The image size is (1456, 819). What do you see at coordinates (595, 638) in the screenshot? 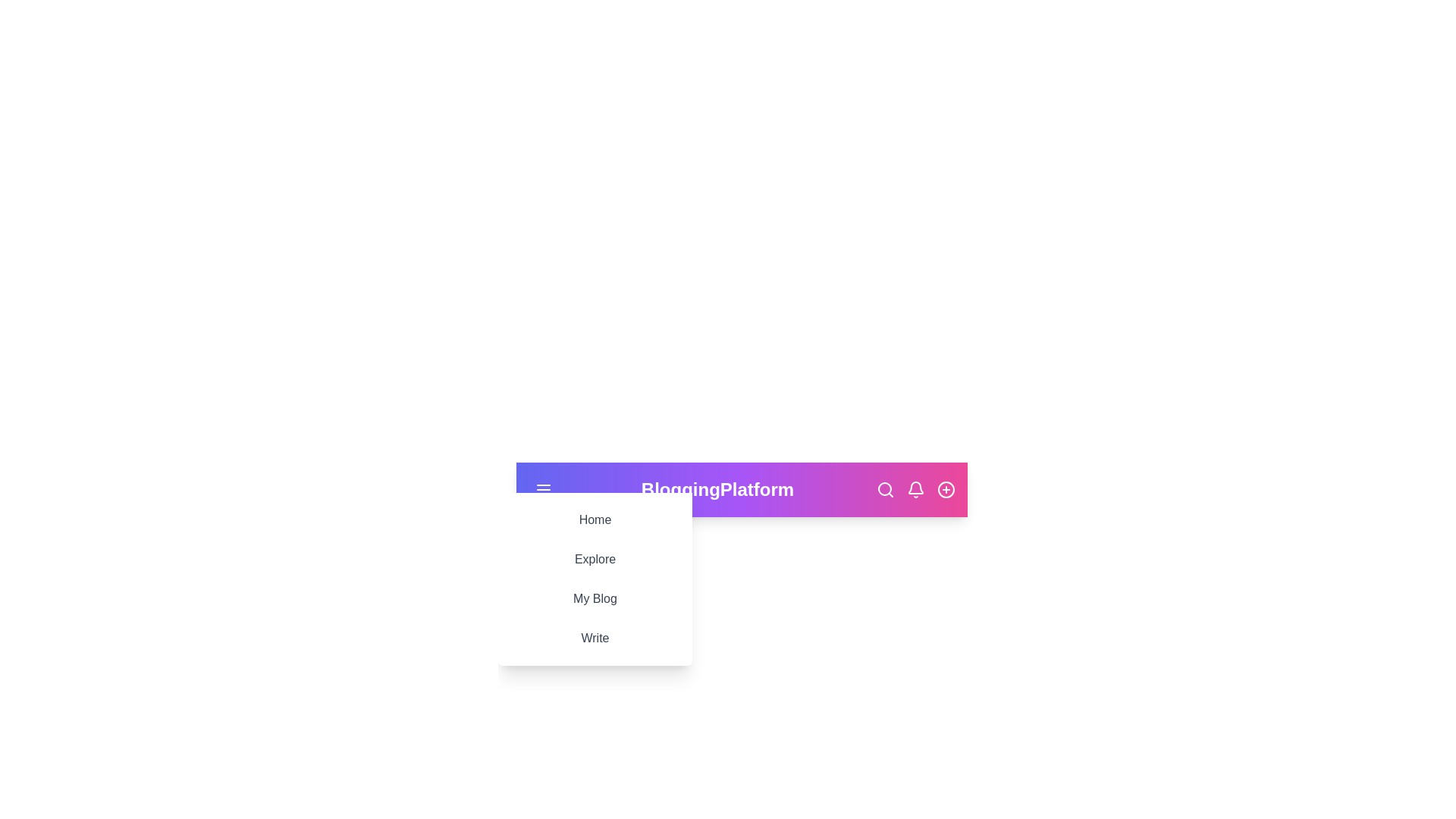
I see `the menu option Write from the sidebar` at bounding box center [595, 638].